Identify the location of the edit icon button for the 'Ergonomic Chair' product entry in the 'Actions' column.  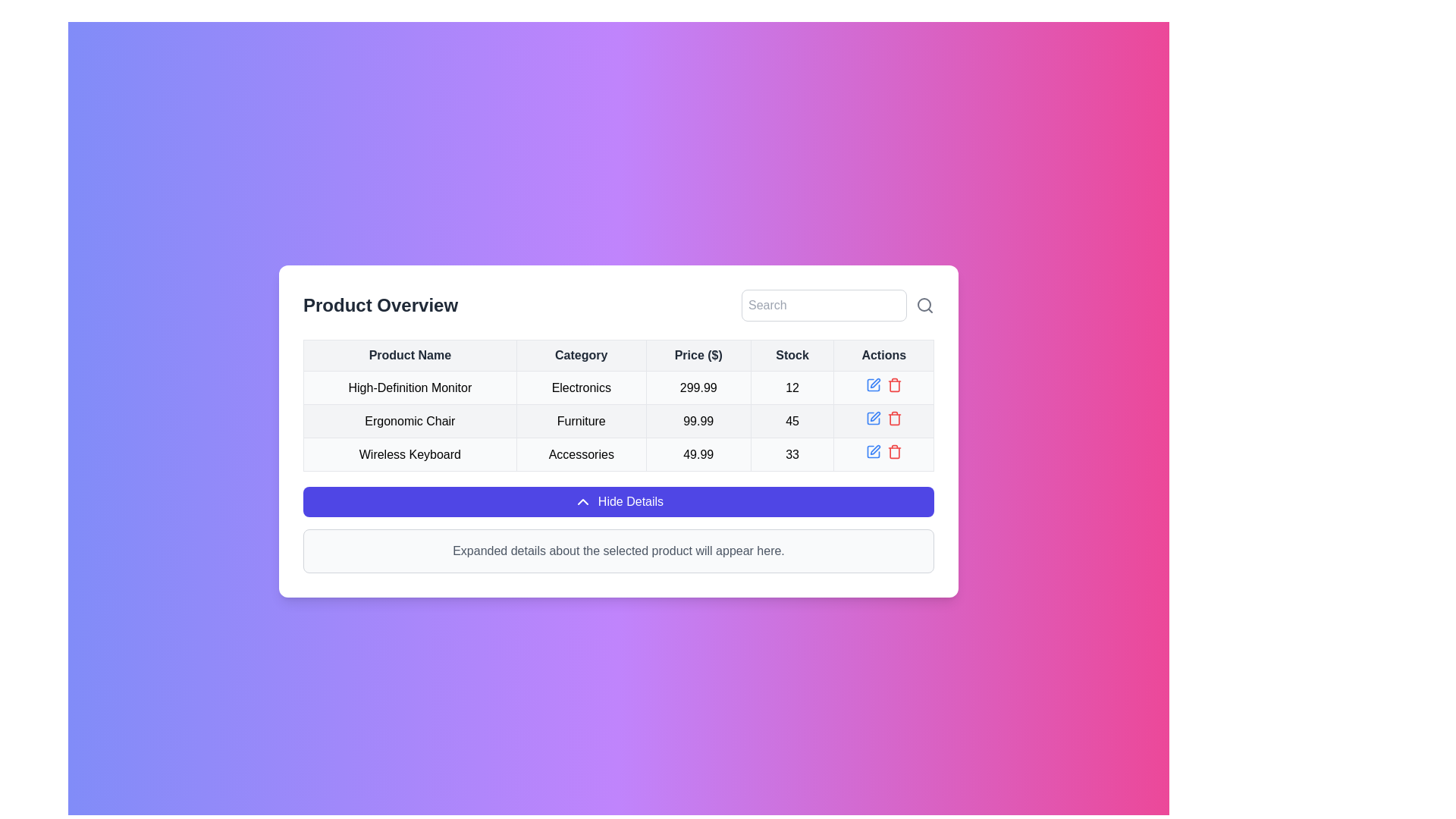
(873, 384).